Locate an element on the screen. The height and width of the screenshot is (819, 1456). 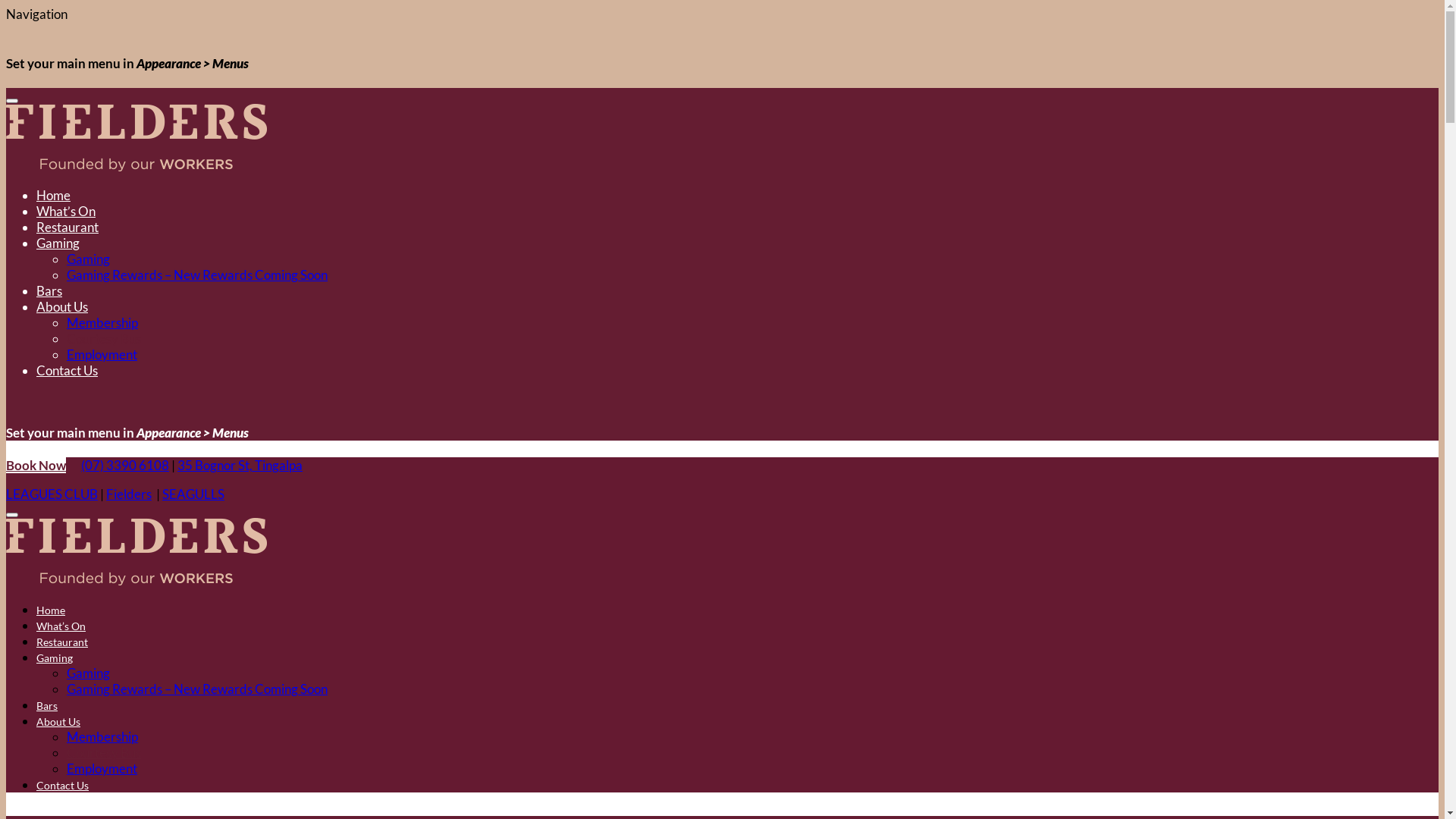
'Home' is located at coordinates (53, 194).